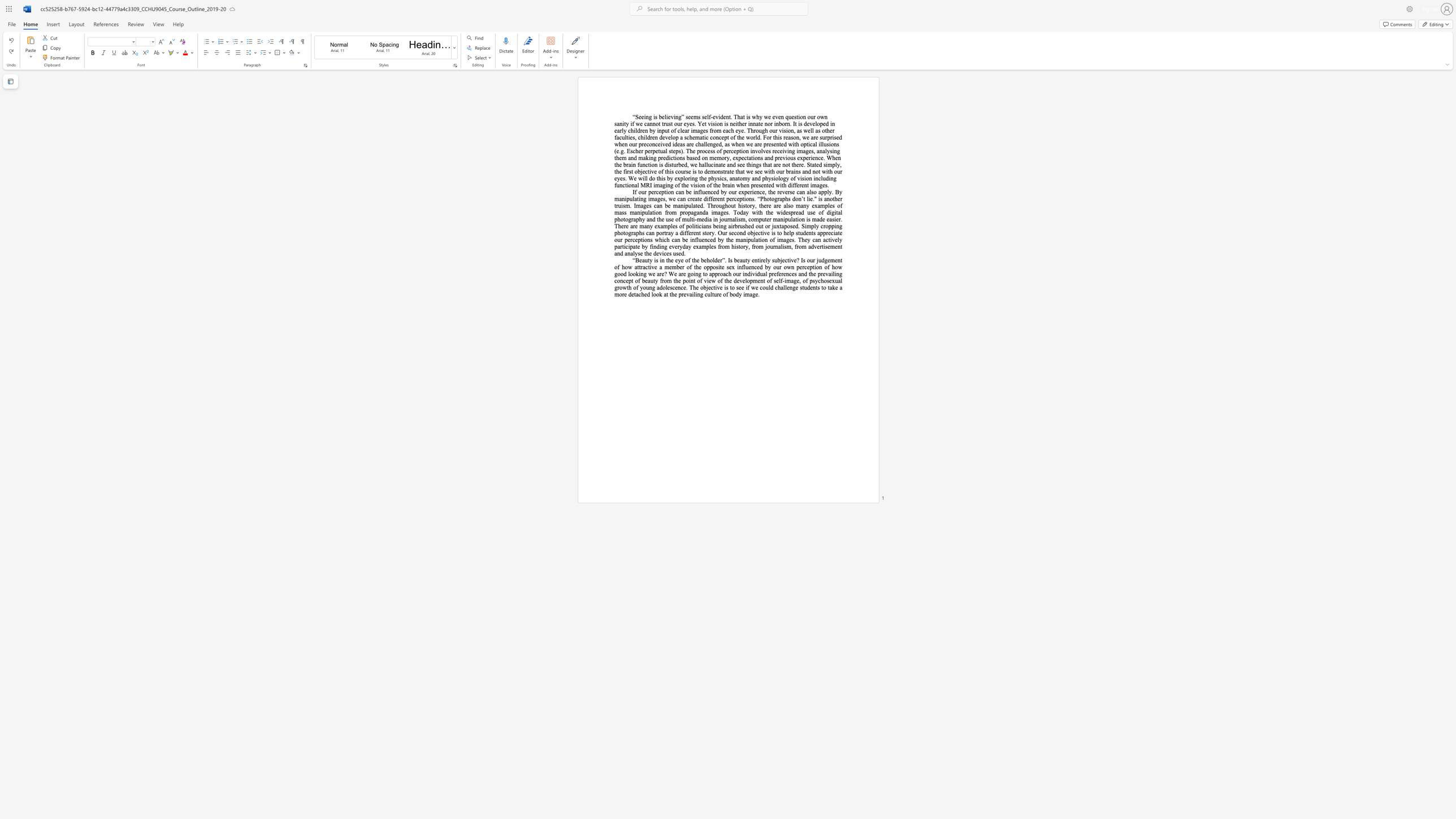 This screenshot has height=819, width=1456. What do you see at coordinates (831, 226) in the screenshot?
I see `the subset text "ping photographs can portray a different story. Our second objective is to help students appreciate our perceptions which can be influenced by the manipulation of" within the text "osed. Simply cropping photographs can portray a different story. Our second objective is to help students appreciate our perceptions which can be influenced by the manipulation of images. They can actively participate by finding everyday examples from history, from journalism, from advertisement and analyse the devices used."` at bounding box center [831, 226].